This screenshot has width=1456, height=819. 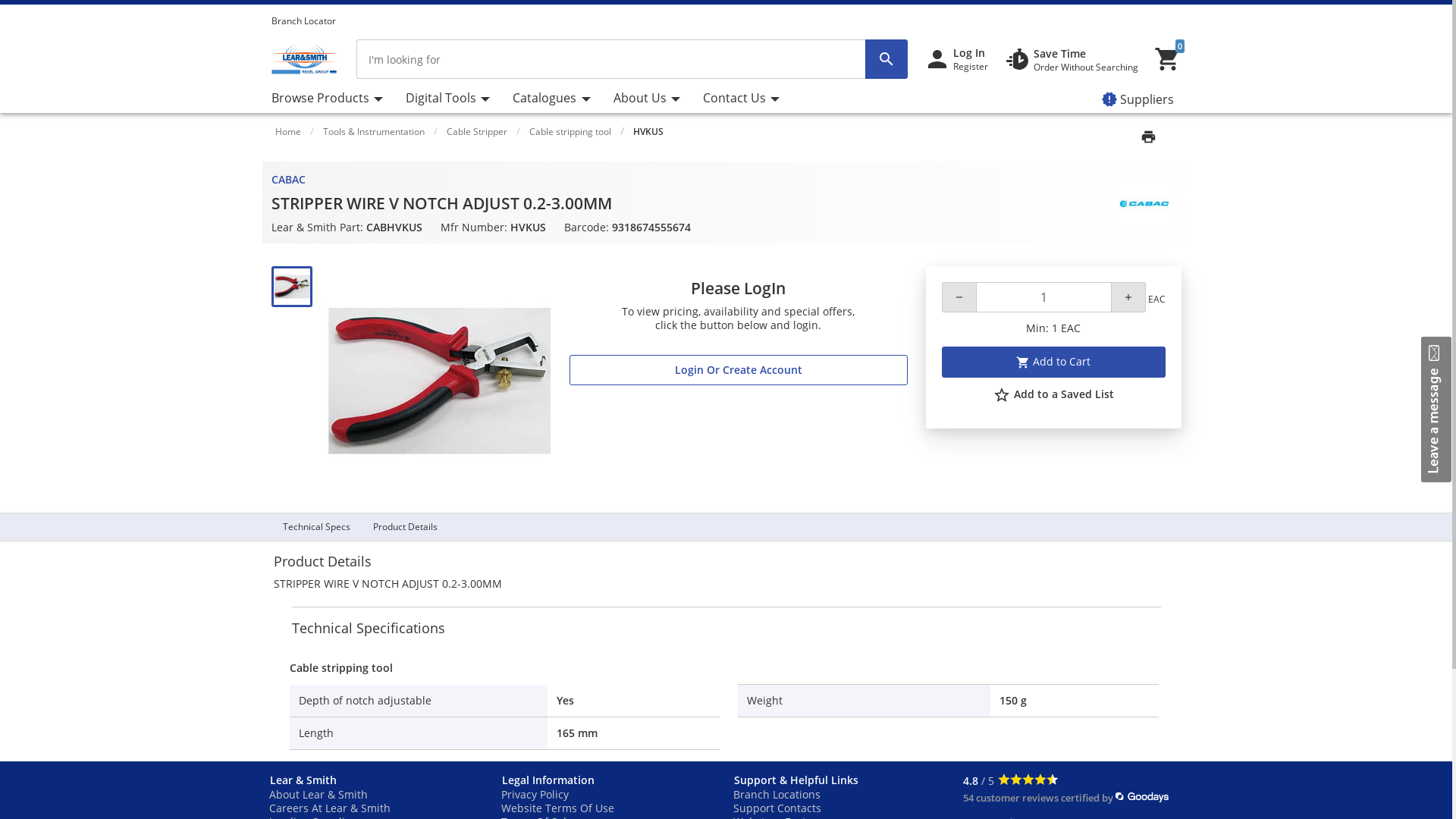 I want to click on 'Privacy Policy', so click(x=534, y=793).